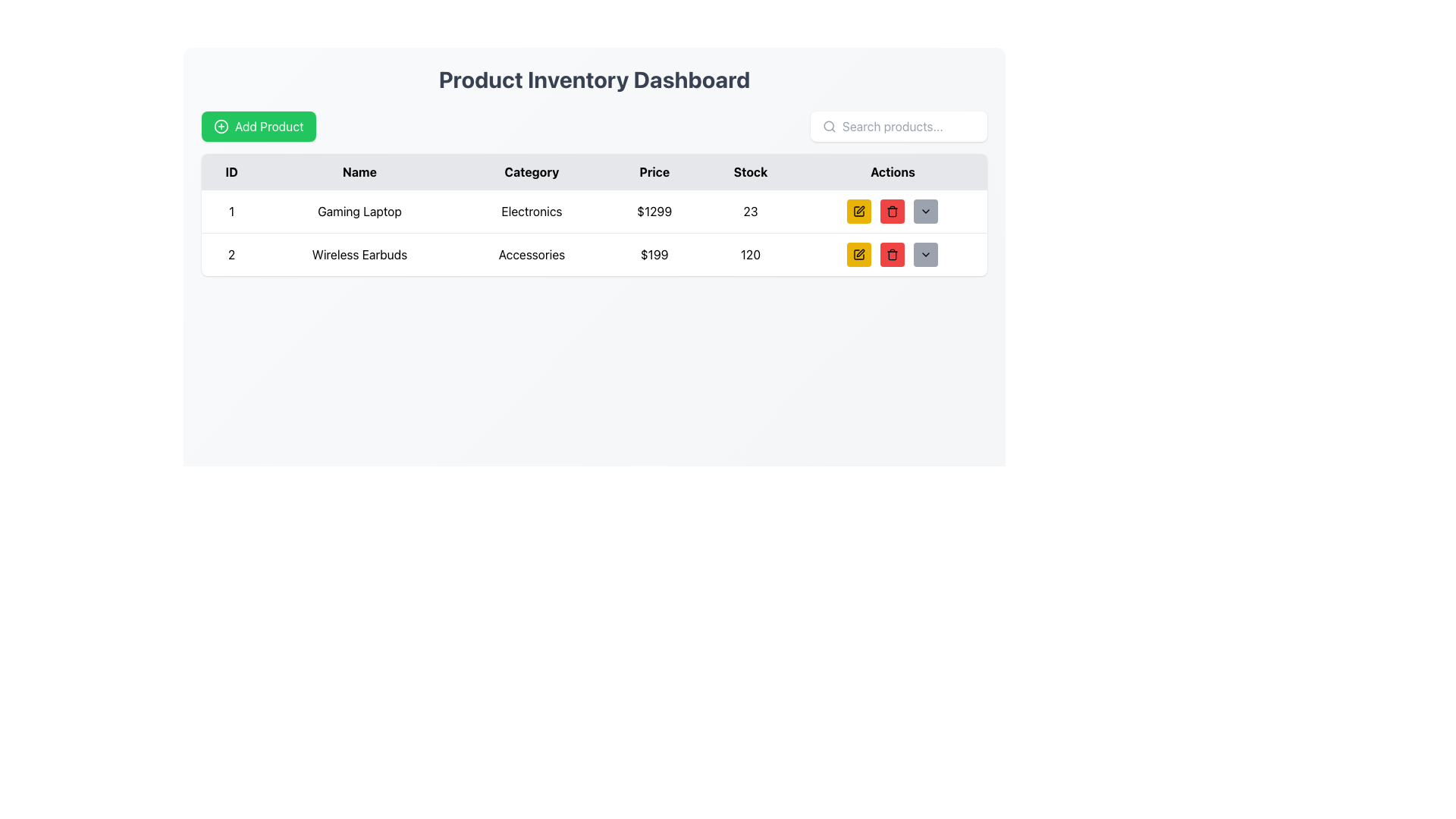 This screenshot has height=819, width=1456. Describe the element at coordinates (893, 211) in the screenshot. I see `the delete button in the Actions column for the second row associated with 'Wireless Earbuds'` at that location.